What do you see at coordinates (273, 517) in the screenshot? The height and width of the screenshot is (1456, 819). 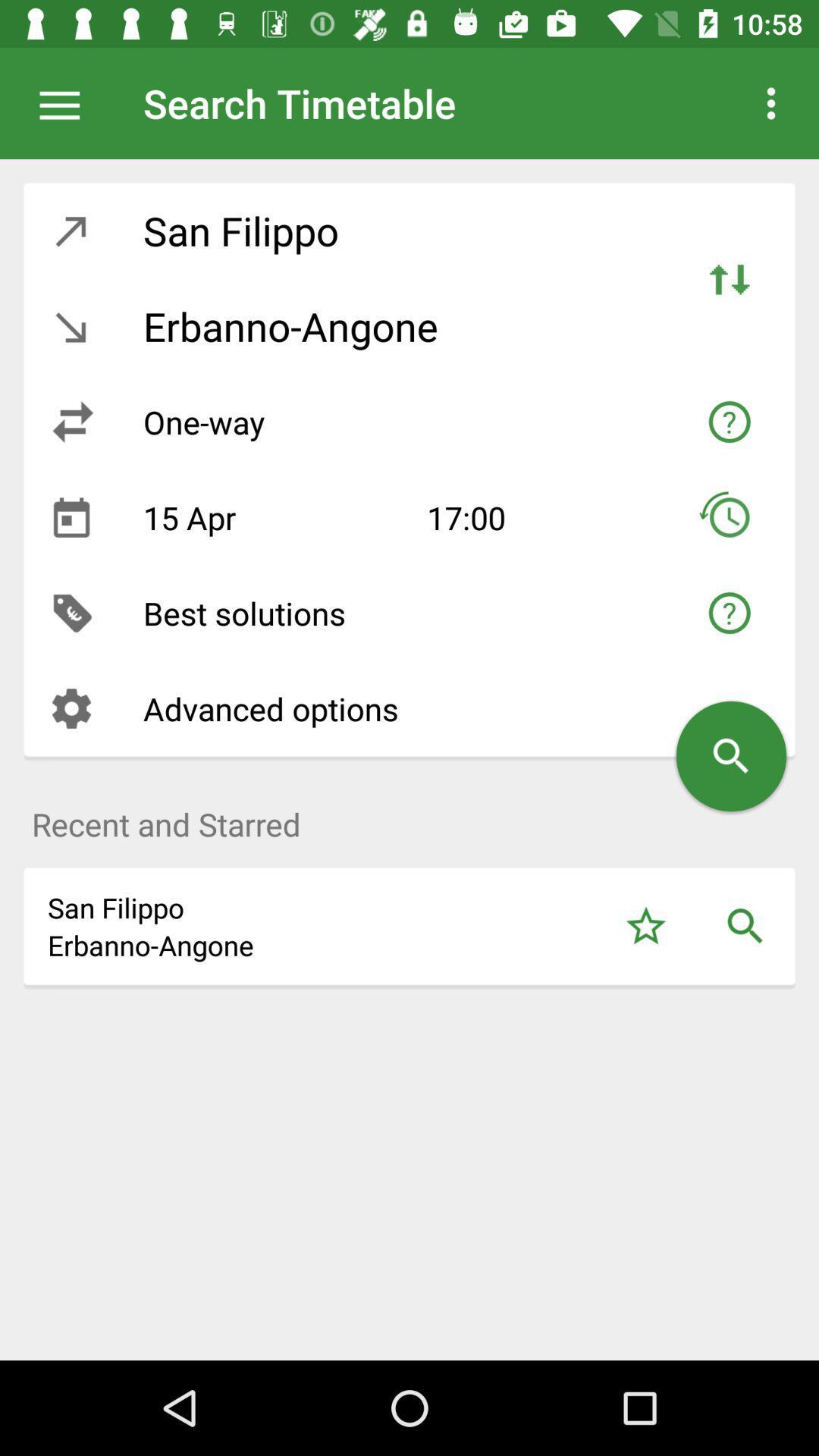 I see `the item below the one-way icon` at bounding box center [273, 517].